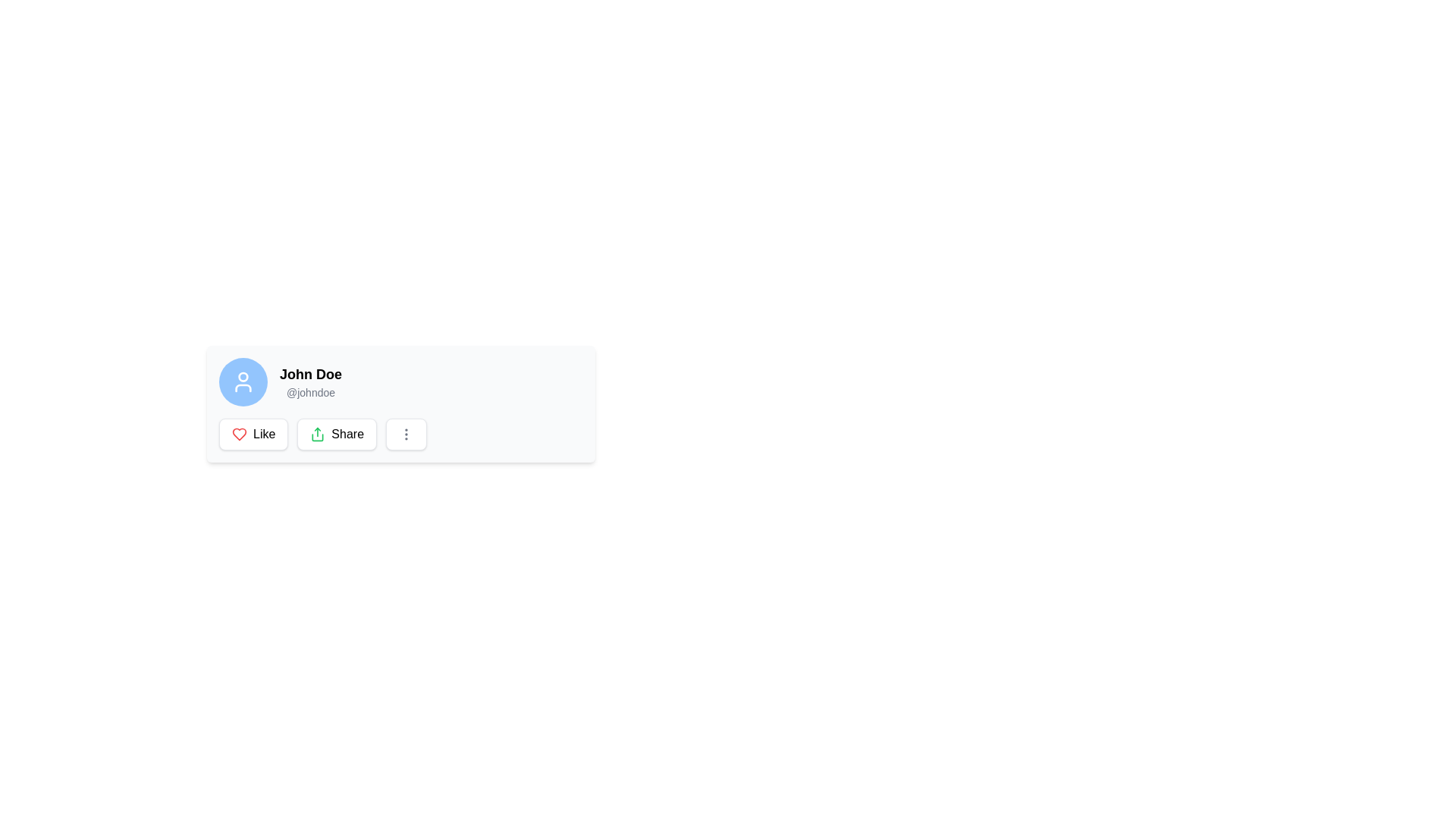 This screenshot has width=1456, height=819. What do you see at coordinates (336, 435) in the screenshot?
I see `the 'Share' button with a green share icon, which is the second button in a group of three buttons near the bottom of a user information card` at bounding box center [336, 435].